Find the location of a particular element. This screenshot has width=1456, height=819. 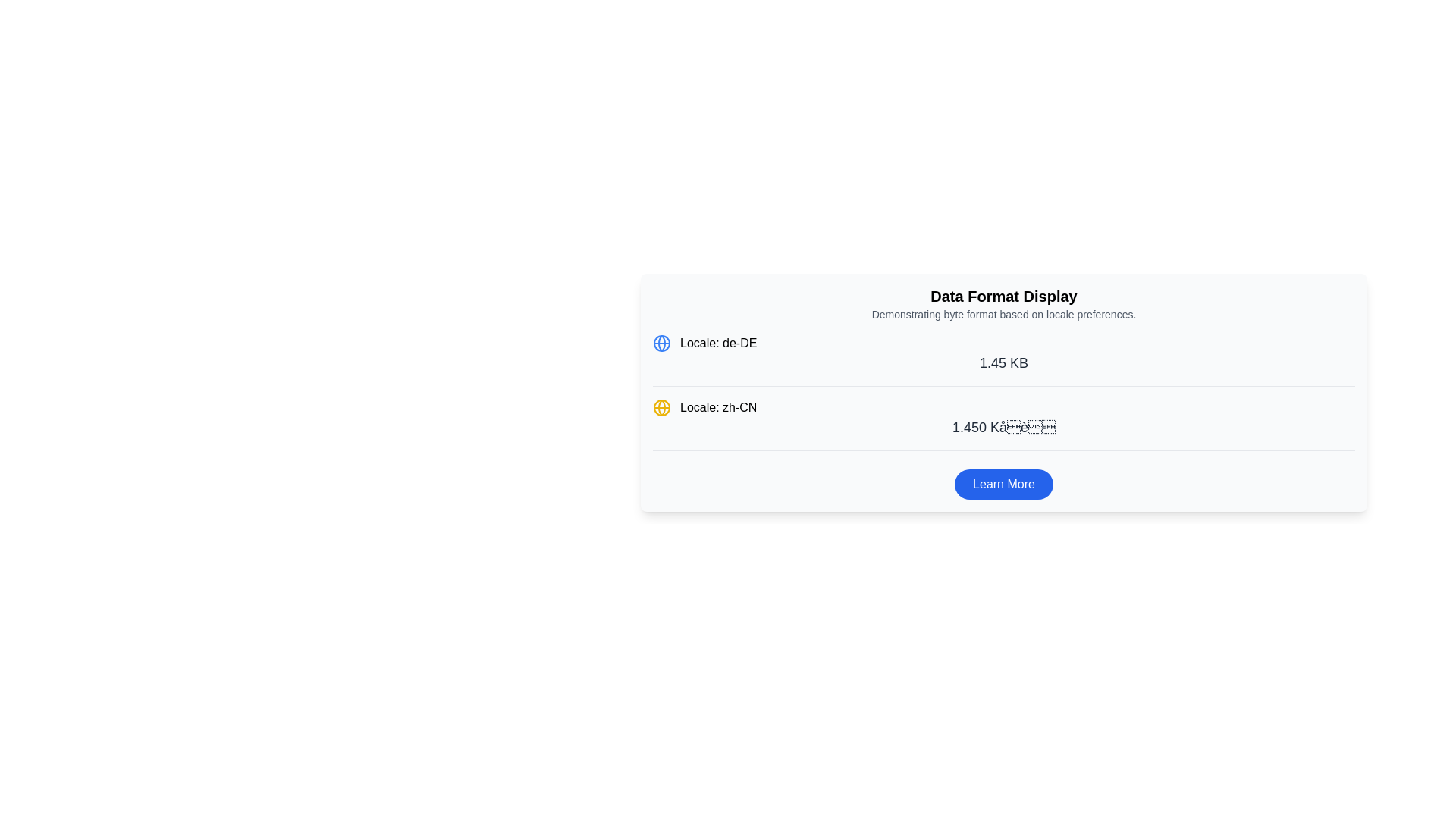

the decorative circle element representing part of the globe icon design located in the upper right part of the interface is located at coordinates (662, 343).